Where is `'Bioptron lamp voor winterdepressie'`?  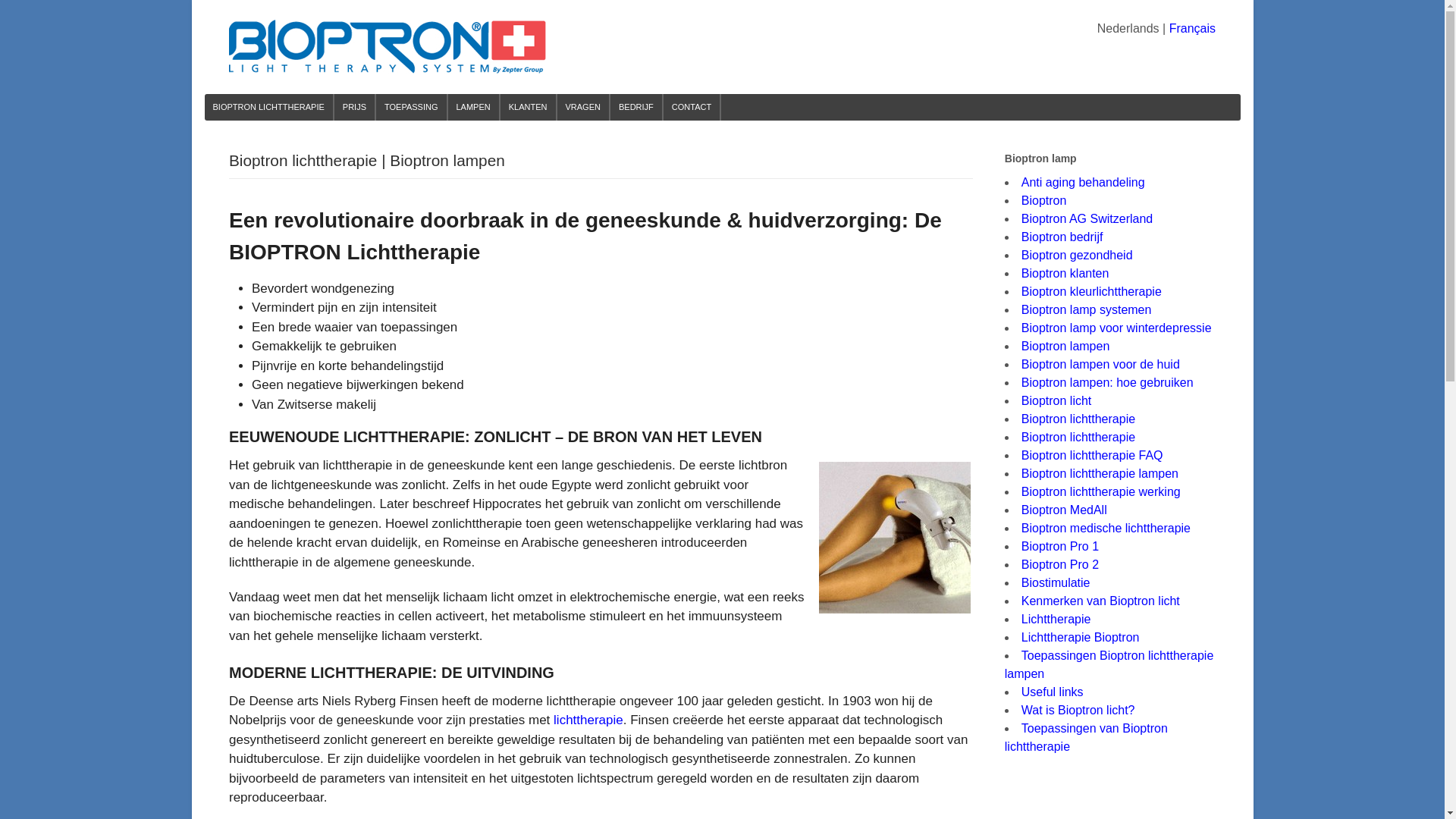
'Bioptron lamp voor winterdepressie' is located at coordinates (1116, 327).